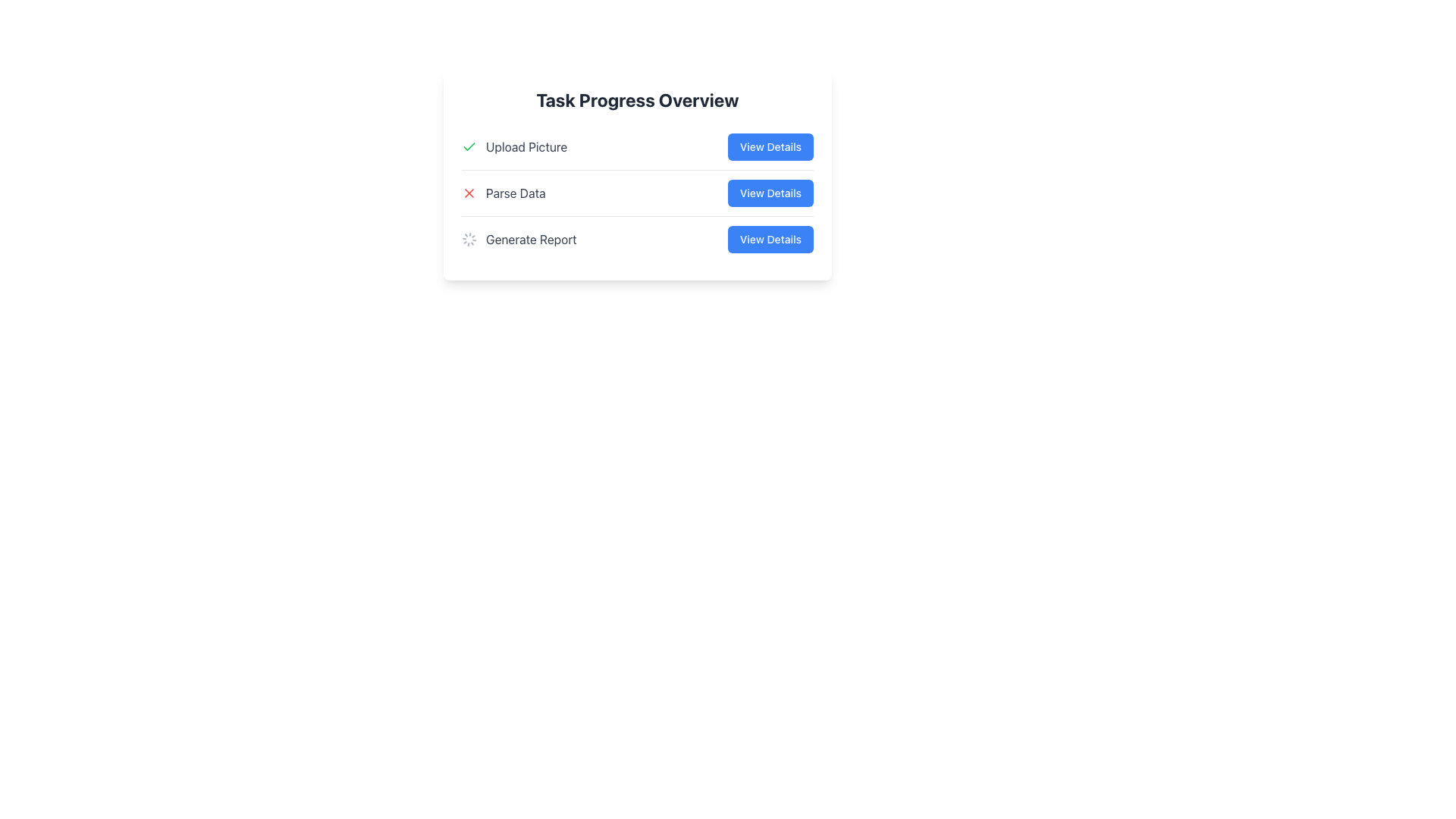 The width and height of the screenshot is (1456, 819). I want to click on the Label with a red 'X' icon and the text 'Parse Data', which is the second item in the Task Progress Overview section, positioned between 'Upload Picture' and 'Generate Report', so click(504, 192).